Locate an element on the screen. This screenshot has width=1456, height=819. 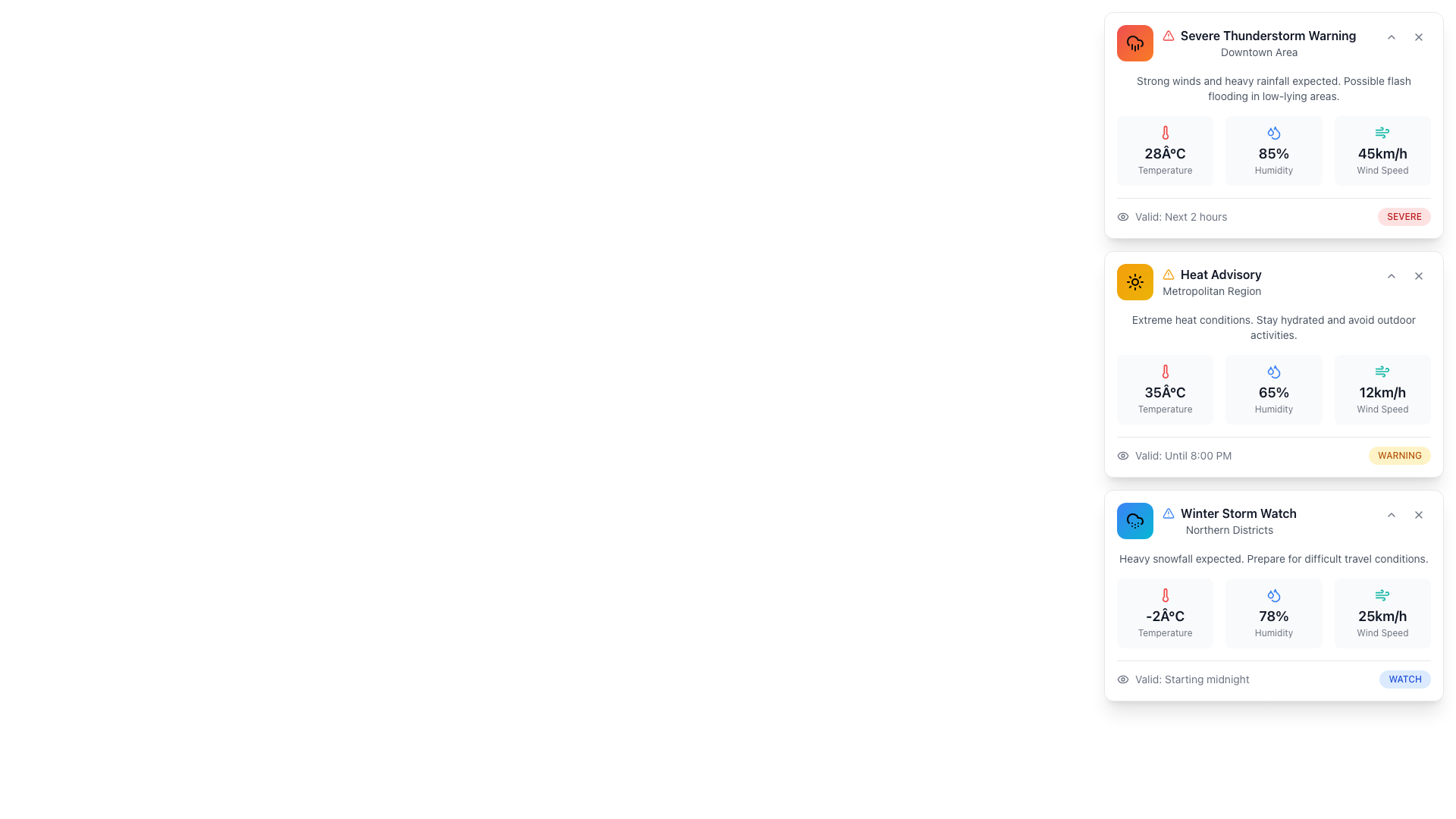
the 'Winter Storm Watch' card, which is the third card in a vertical stack of weather information cards is located at coordinates (1274, 595).